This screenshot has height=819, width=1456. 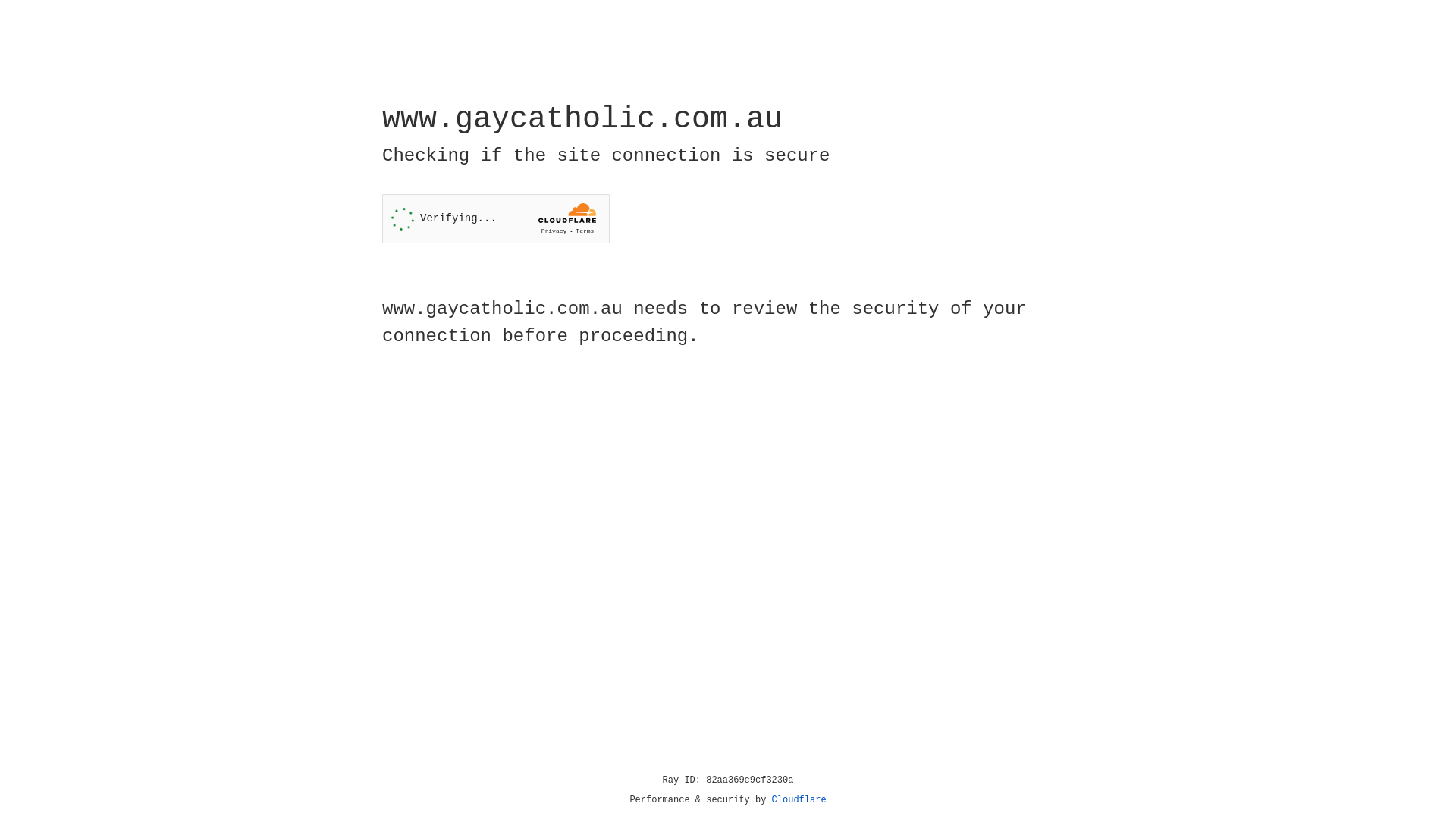 I want to click on 'Cloudflare', so click(x=799, y=799).